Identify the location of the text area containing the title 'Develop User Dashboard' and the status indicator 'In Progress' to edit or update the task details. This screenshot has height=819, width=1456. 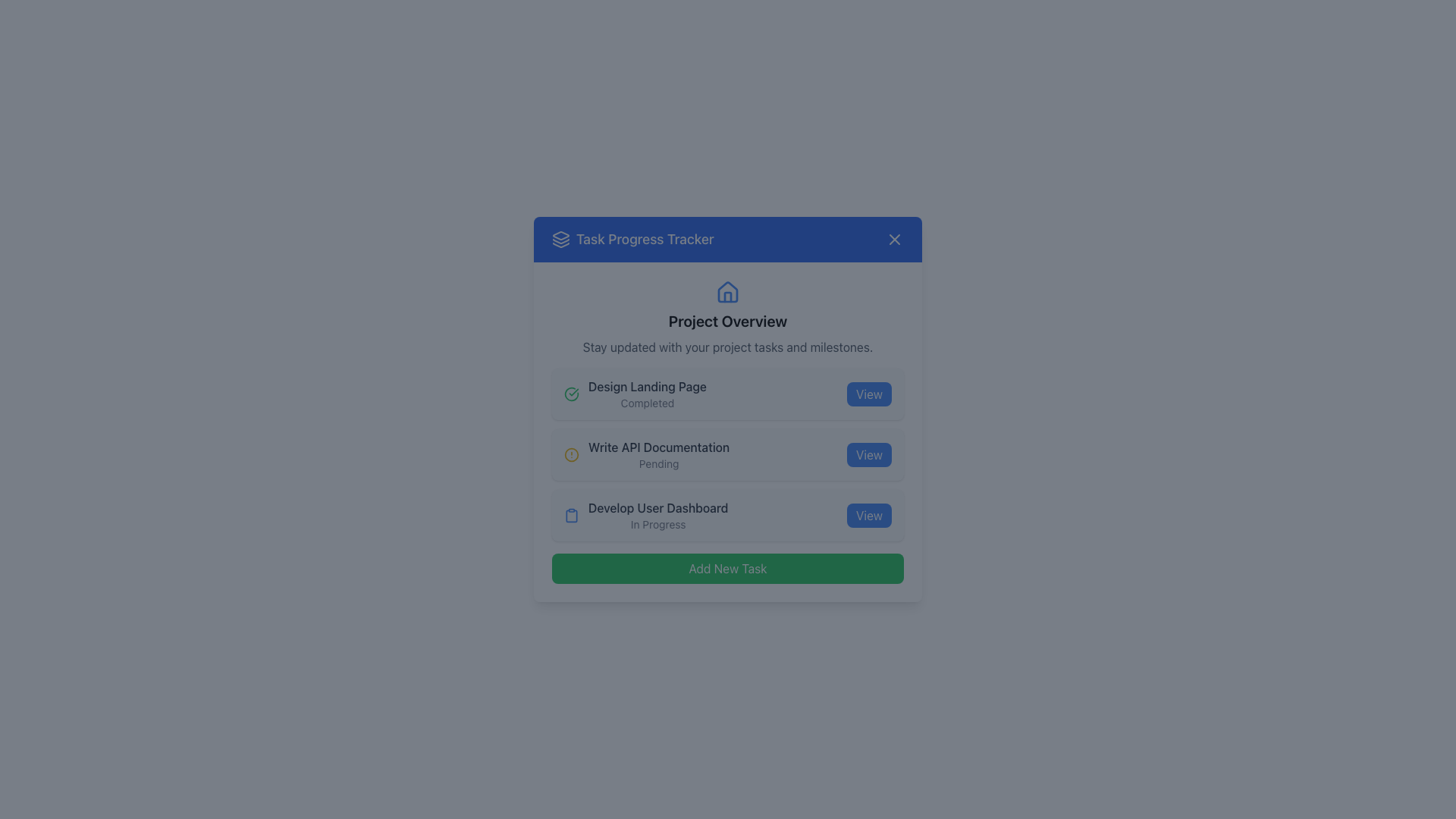
(658, 514).